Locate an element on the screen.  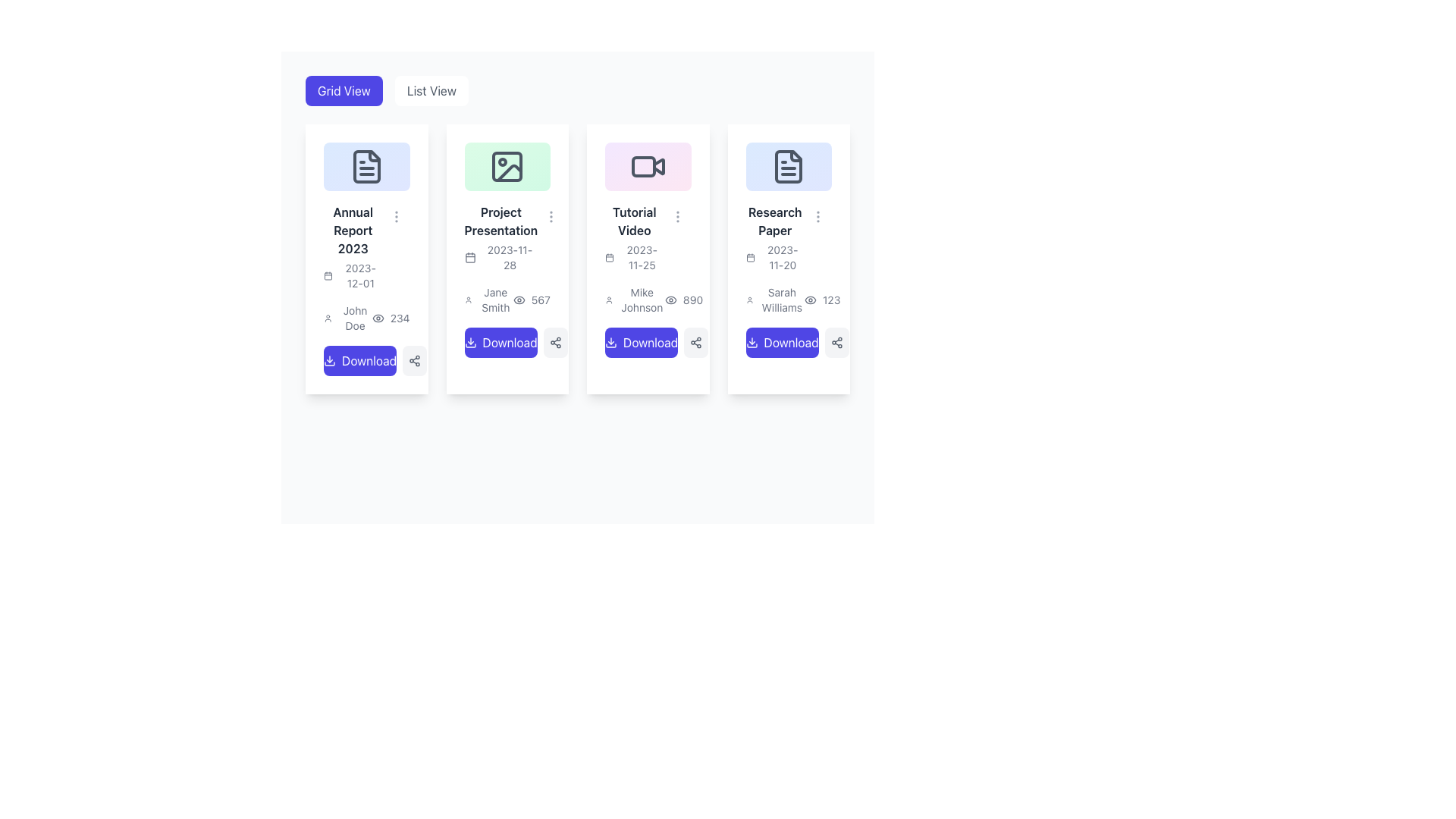
the date string '2023-11-20' displayed in gray font, located below the title 'Research Paper' in the details section of the card is located at coordinates (775, 256).